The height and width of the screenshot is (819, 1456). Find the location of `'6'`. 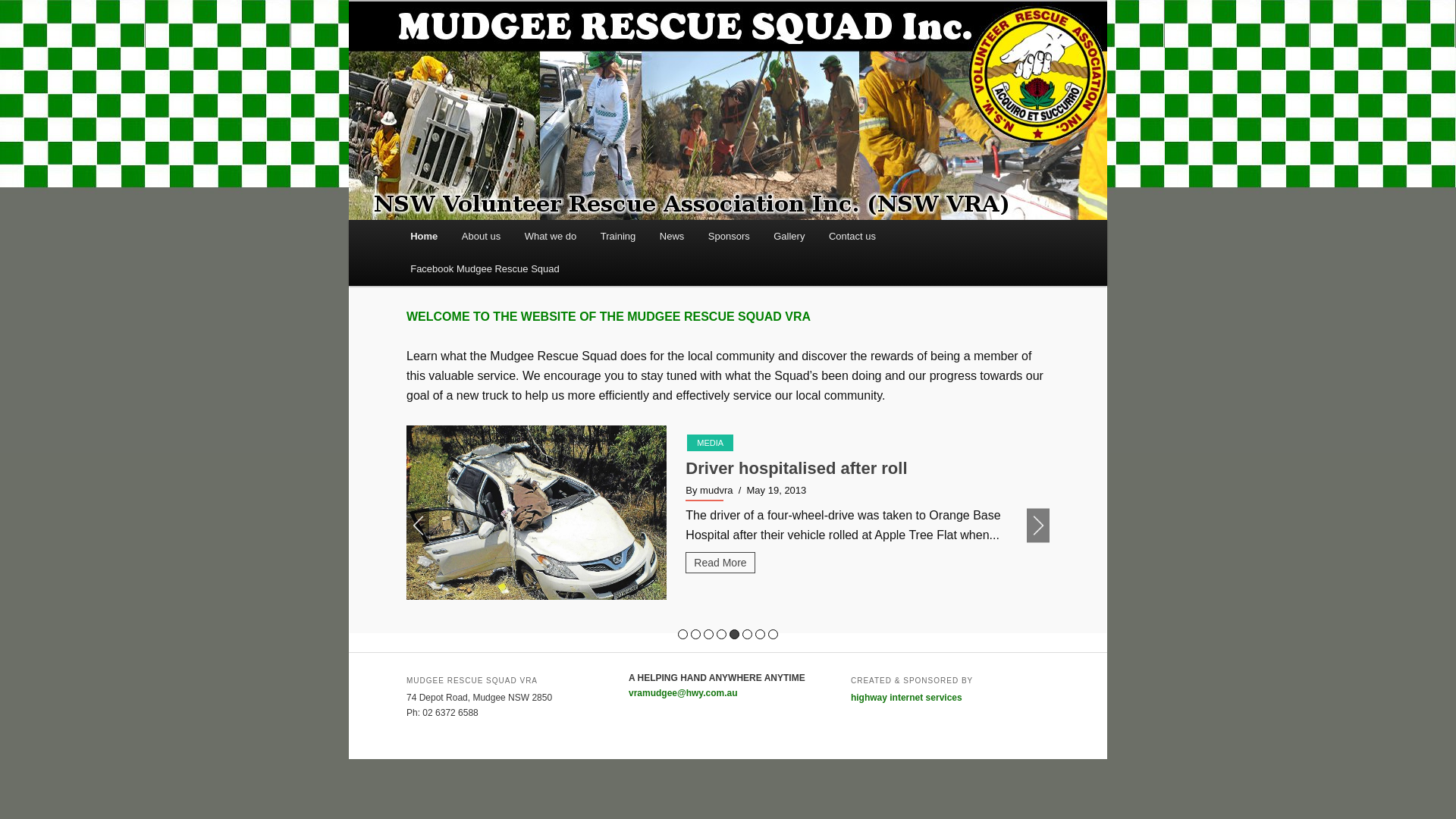

'6' is located at coordinates (747, 634).